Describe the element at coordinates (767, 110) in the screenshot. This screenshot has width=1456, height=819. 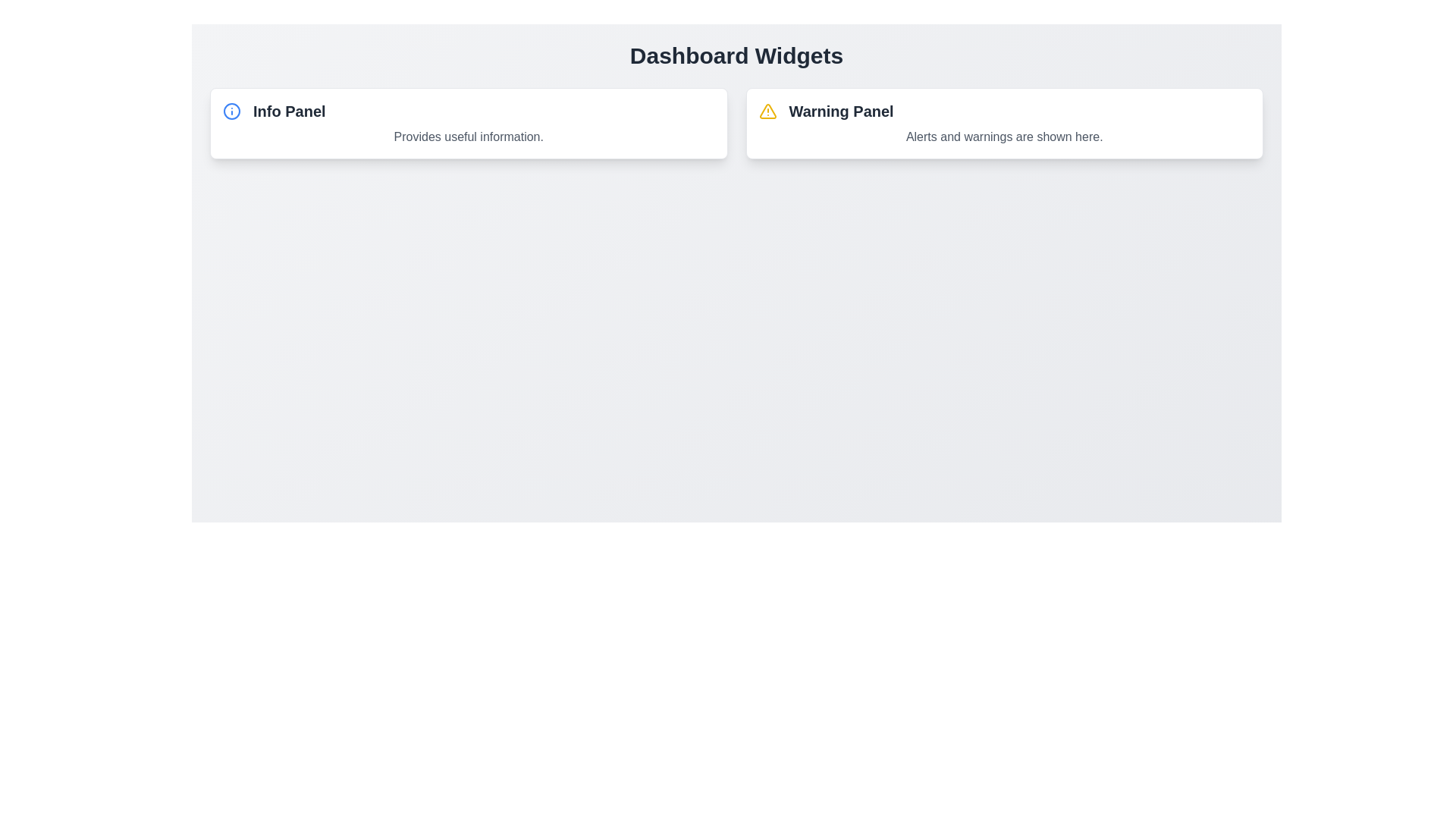
I see `the triangular caution icon located to the left of the text 'Warning Panel' in the right panel of the interface` at that location.